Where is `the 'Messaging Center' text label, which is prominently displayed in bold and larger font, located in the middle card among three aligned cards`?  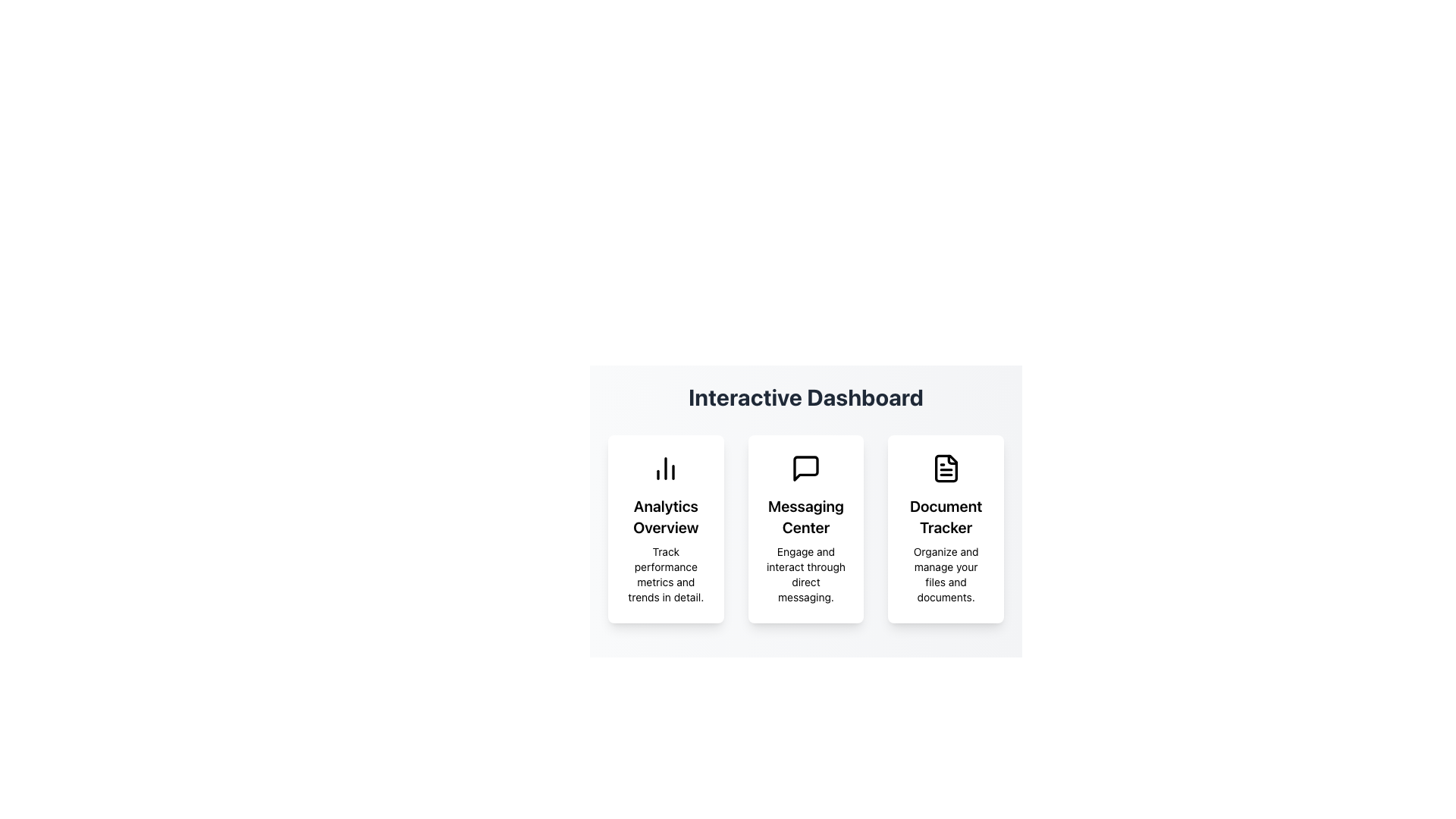
the 'Messaging Center' text label, which is prominently displayed in bold and larger font, located in the middle card among three aligned cards is located at coordinates (805, 516).